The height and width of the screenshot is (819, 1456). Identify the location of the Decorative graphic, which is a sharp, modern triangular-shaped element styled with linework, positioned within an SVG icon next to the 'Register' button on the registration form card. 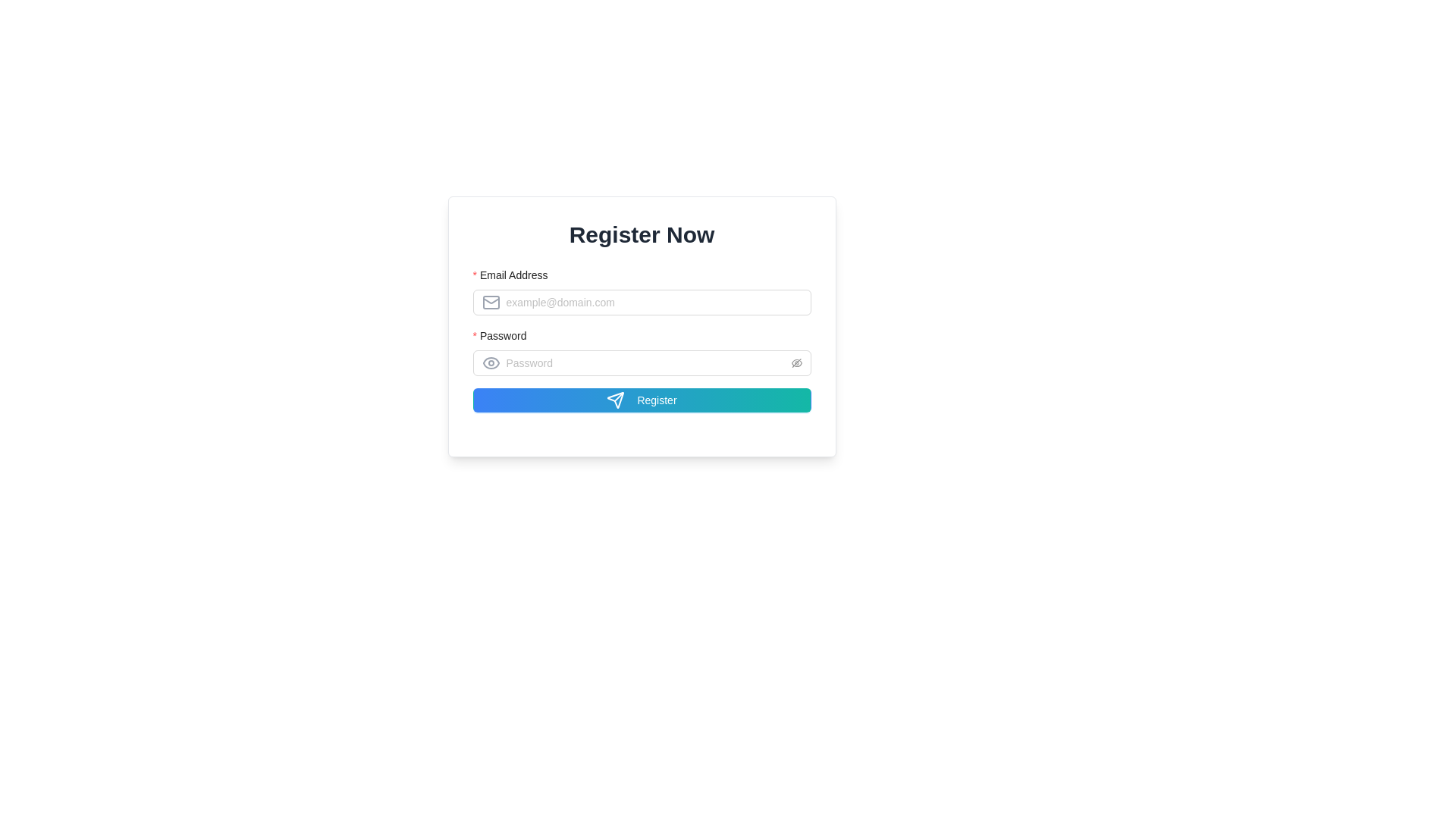
(616, 400).